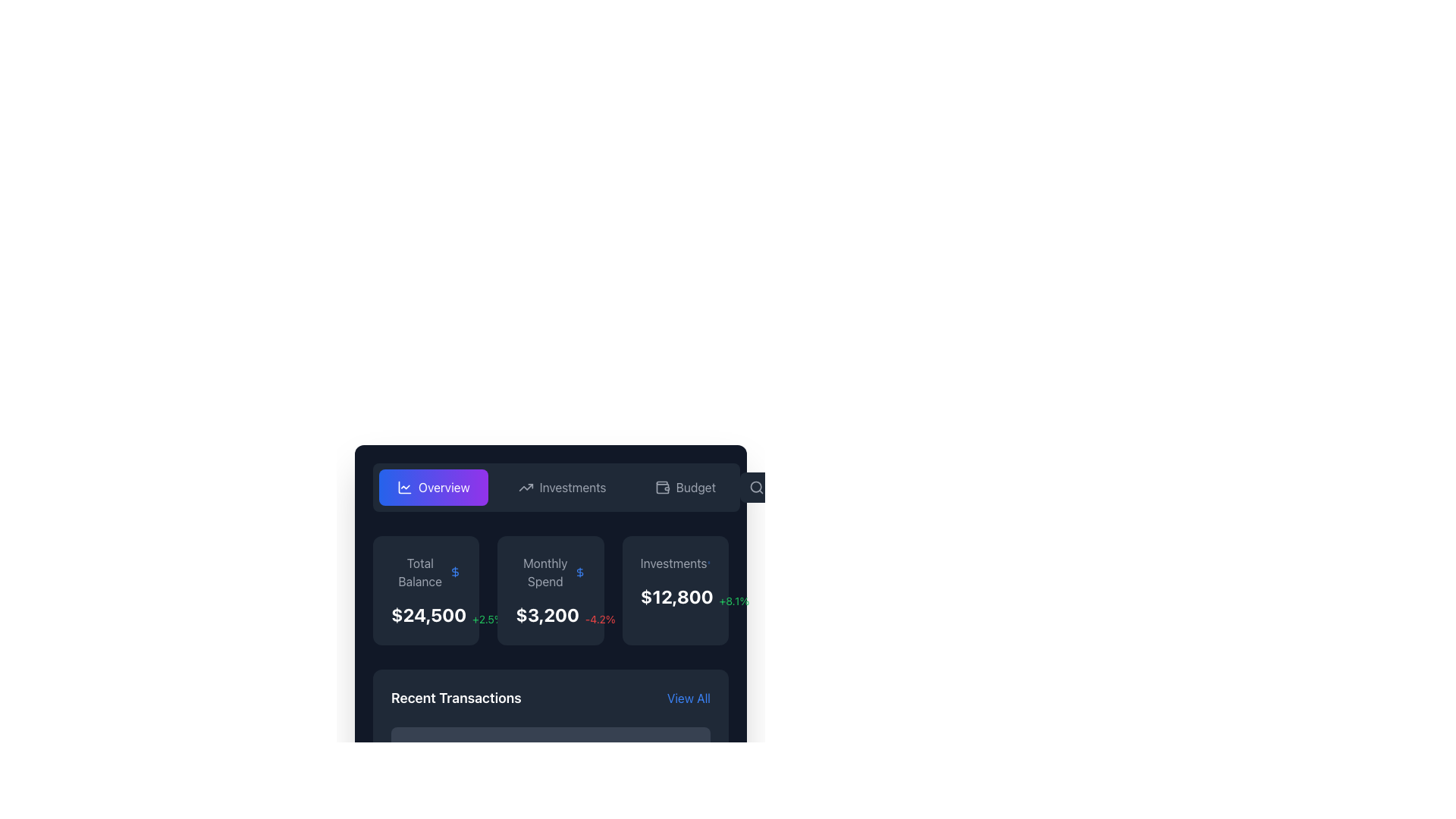 The height and width of the screenshot is (819, 1456). I want to click on the 'Overview' icon located in the top left corner of the dashboard's main navigation bar, so click(404, 488).